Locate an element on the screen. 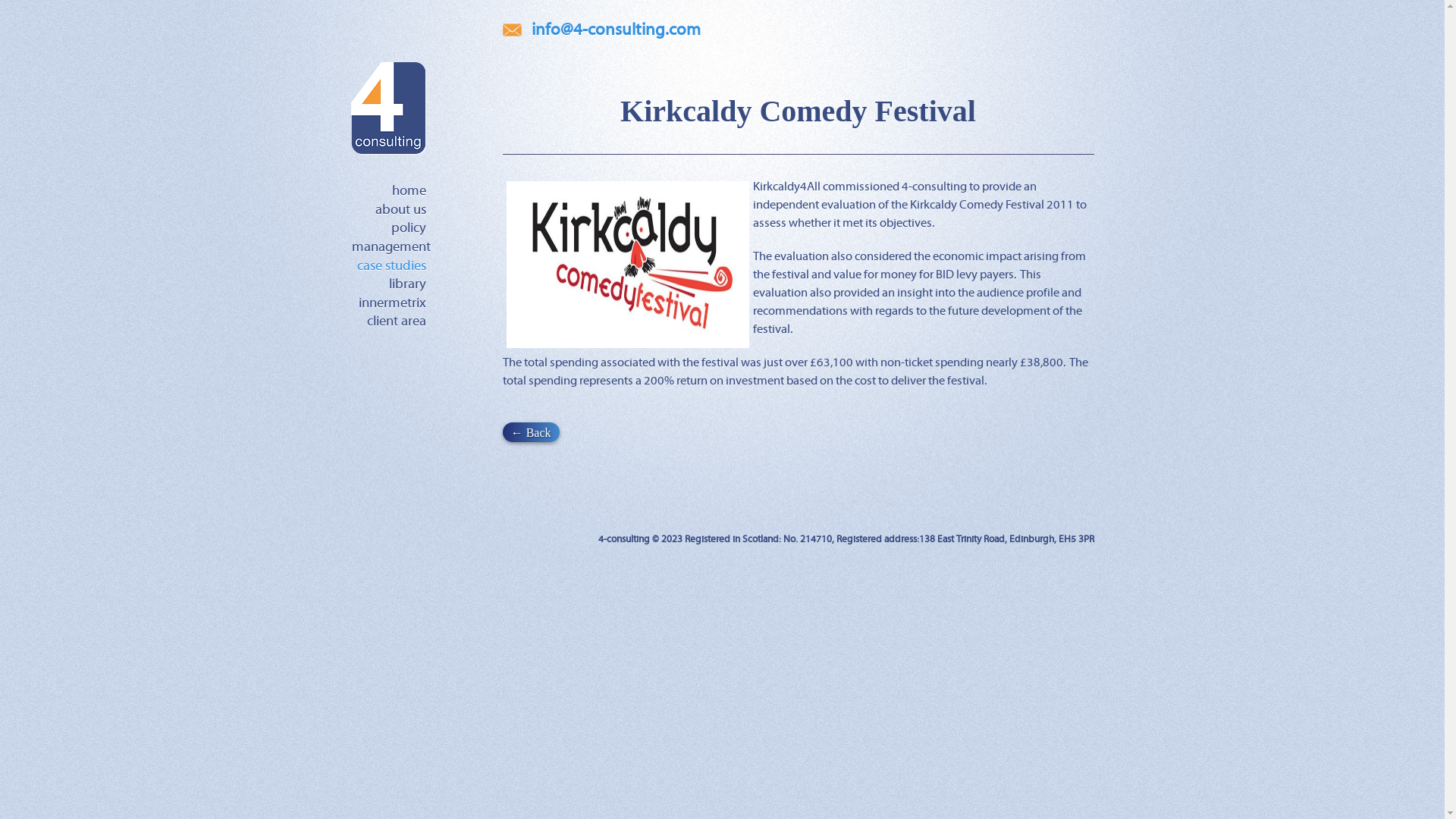  'innermetrix' is located at coordinates (391, 303).